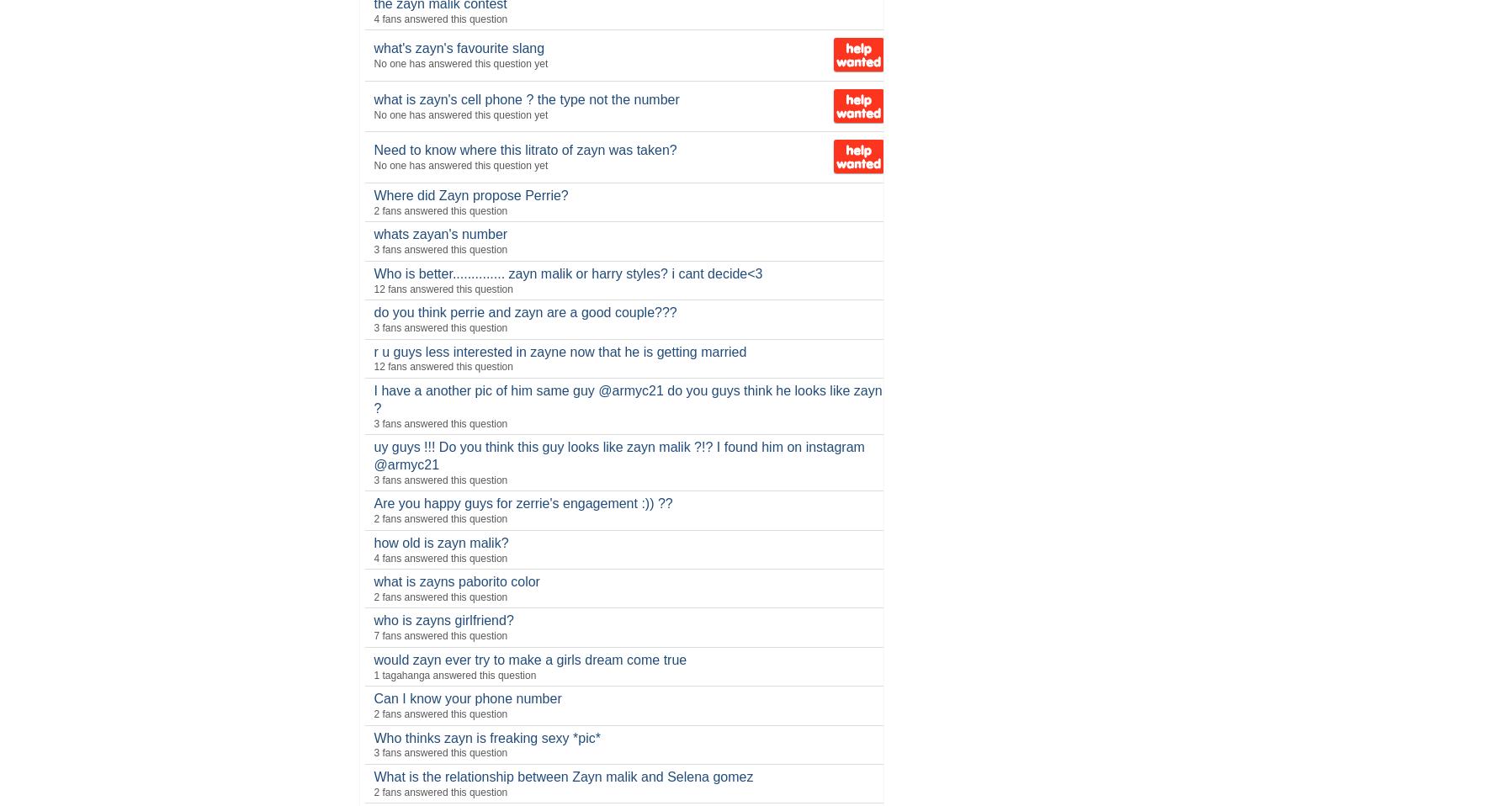 Image resolution: width=1512 pixels, height=806 pixels. What do you see at coordinates (524, 311) in the screenshot?
I see `'do you think perrie and zayn are a good couple???'` at bounding box center [524, 311].